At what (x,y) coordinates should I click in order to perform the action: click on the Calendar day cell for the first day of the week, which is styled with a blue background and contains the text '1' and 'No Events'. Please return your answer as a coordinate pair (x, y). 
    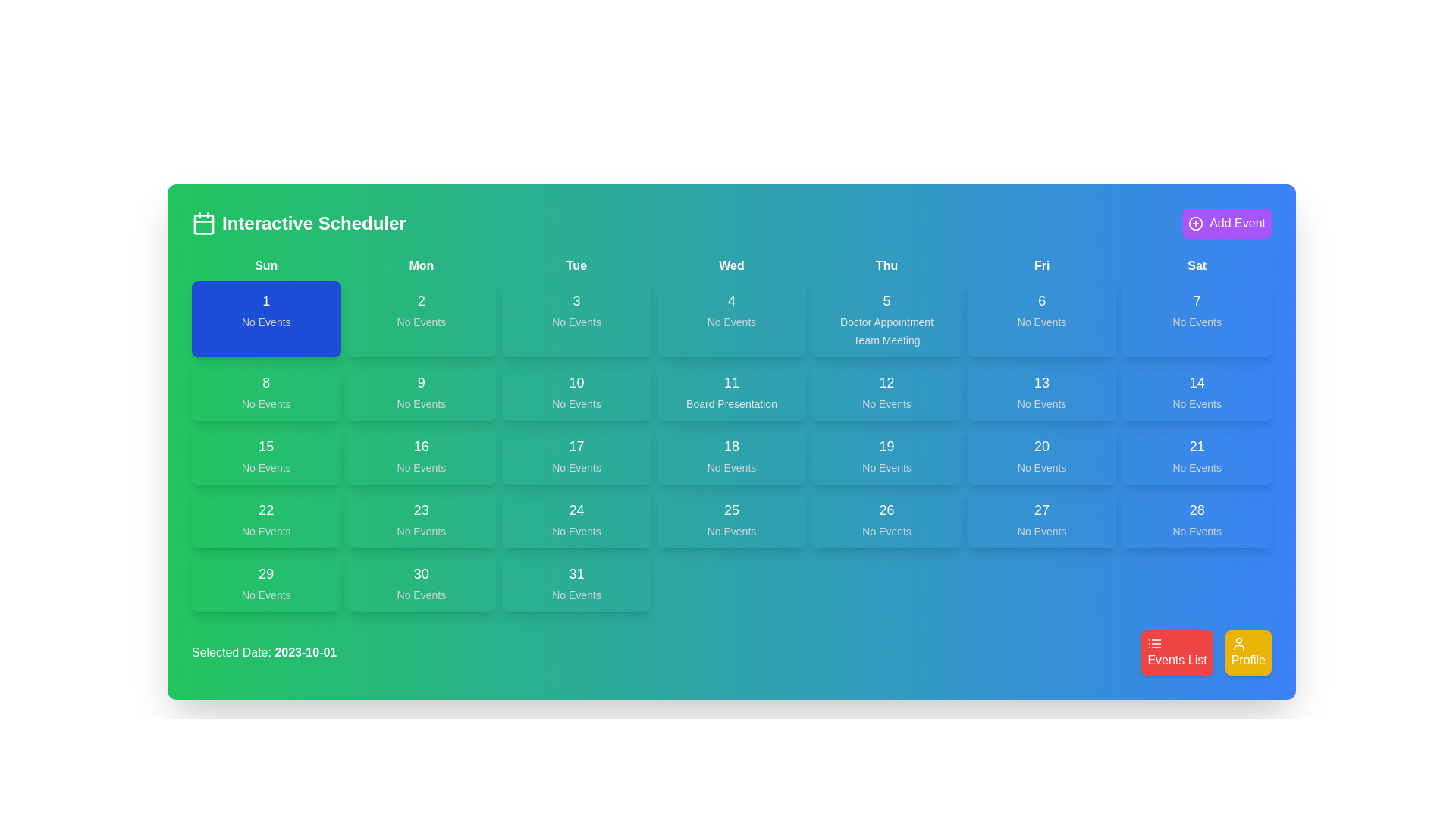
    Looking at the image, I should click on (266, 318).